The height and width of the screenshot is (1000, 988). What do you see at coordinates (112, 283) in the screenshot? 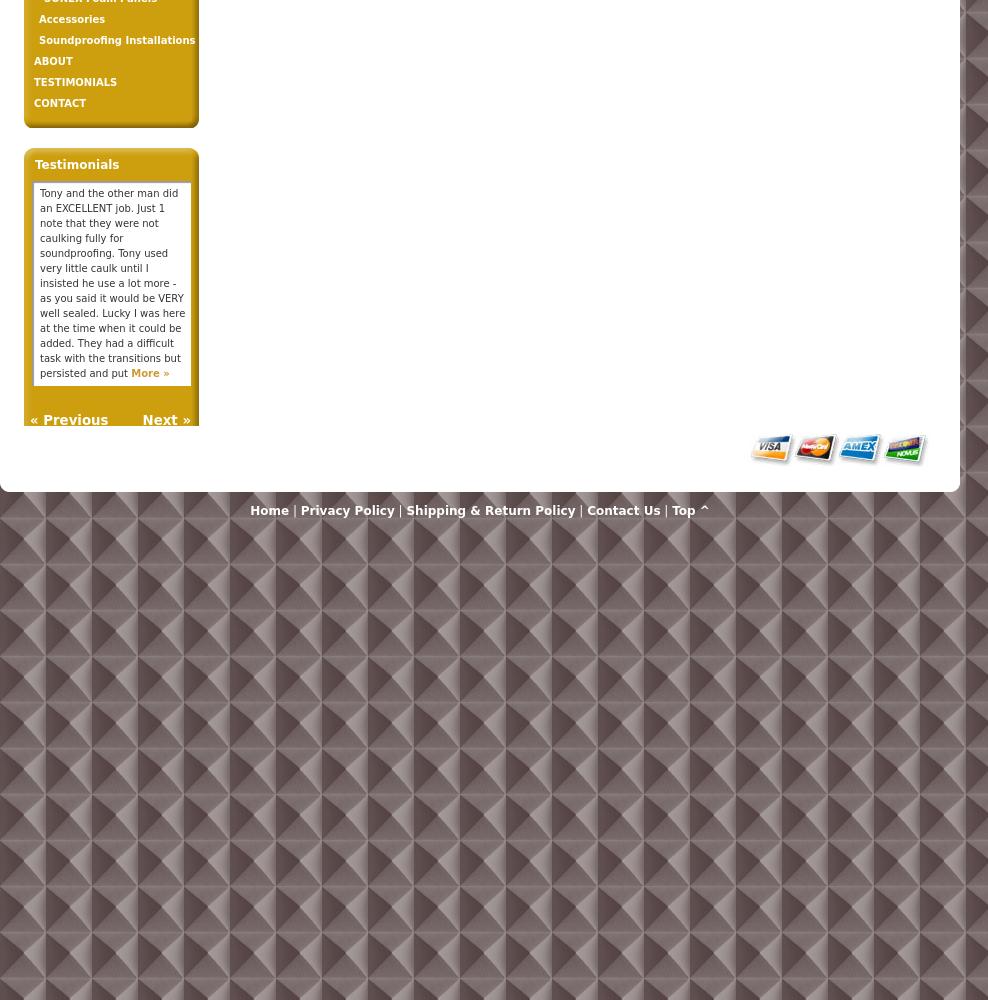
I see `'Tony and the other man did an EXCELLENT job. Just 1 note that they were not caulking fully for soundproofing. Tony used very little caulk until I insisted he use a lot more - as you said it would be VERY well sealed. Lucky I was here at the time when it could be added. They had a difficult task with the transitions but persisted and put'` at bounding box center [112, 283].